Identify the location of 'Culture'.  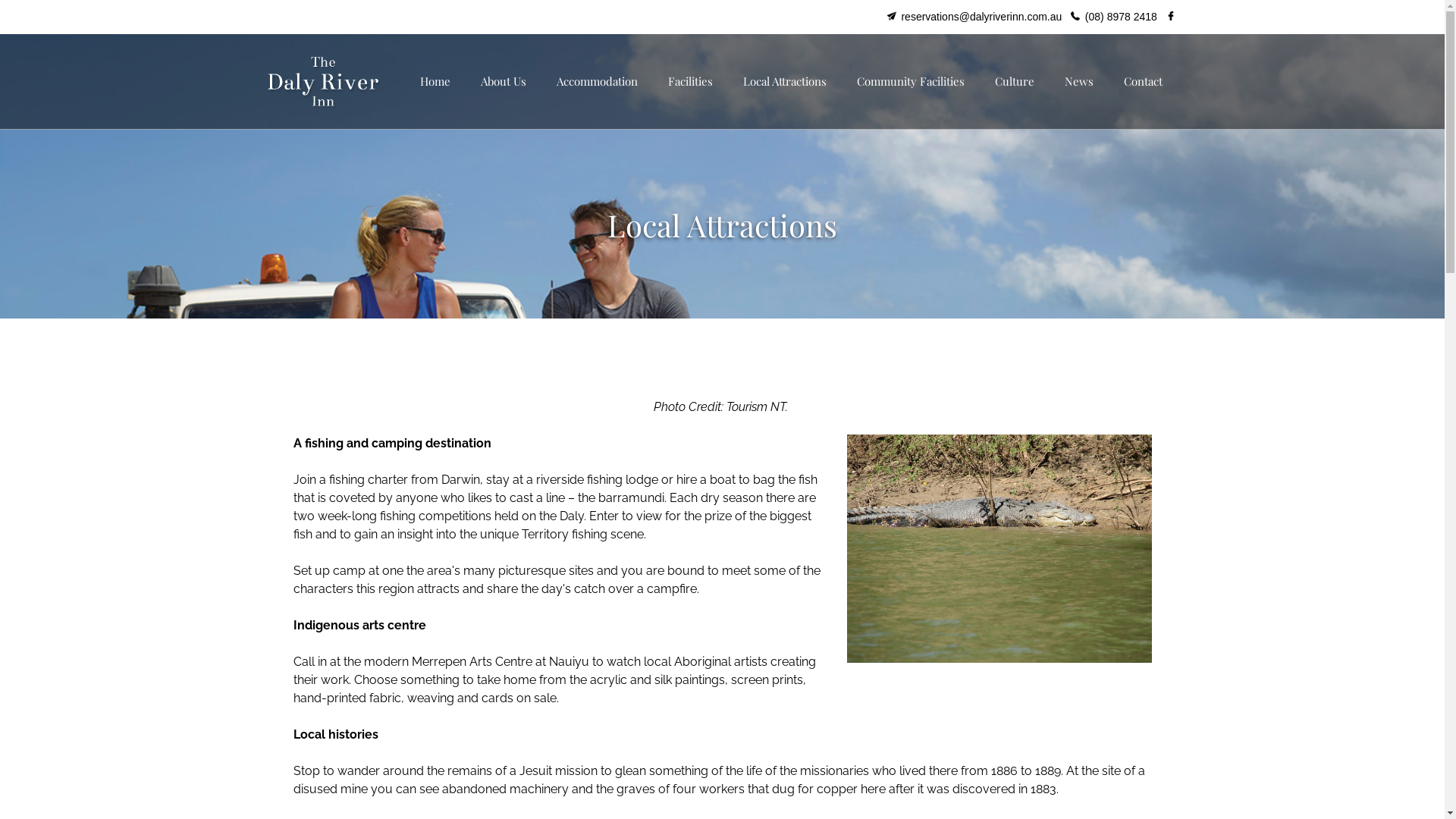
(1015, 81).